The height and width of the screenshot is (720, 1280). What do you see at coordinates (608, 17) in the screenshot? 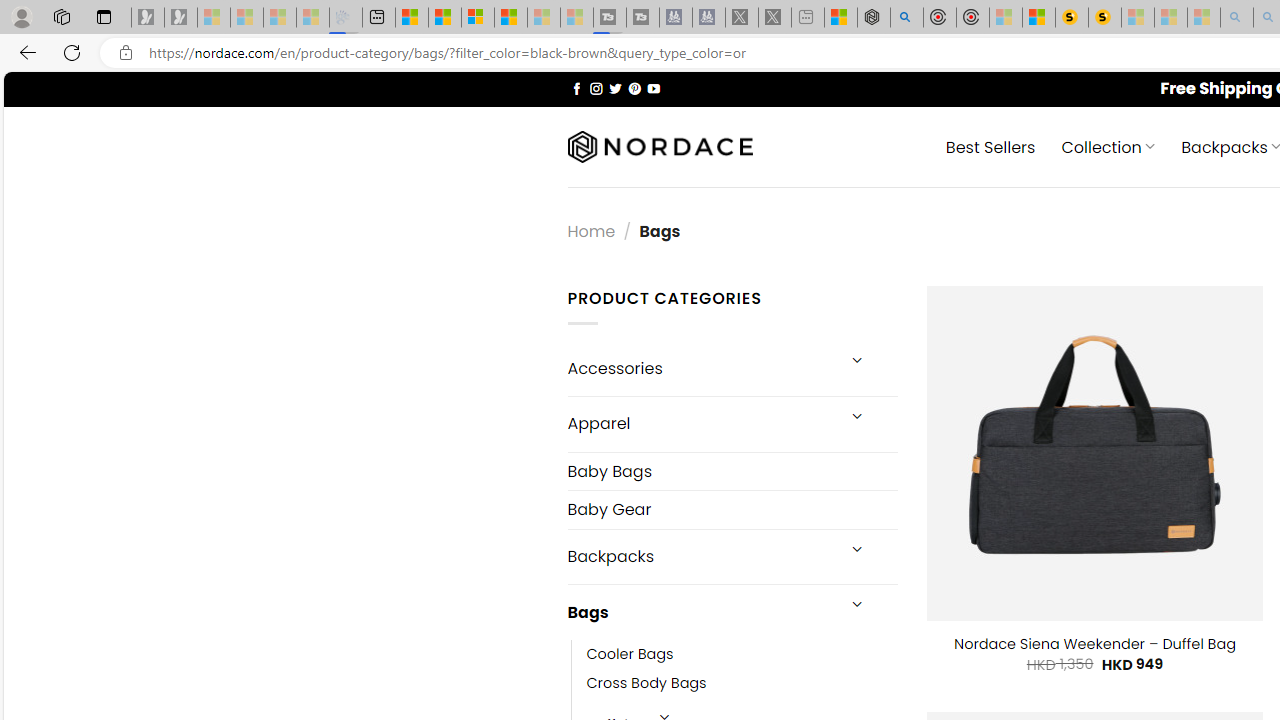
I see `'Streaming Coverage | T3 - Sleeping'` at bounding box center [608, 17].